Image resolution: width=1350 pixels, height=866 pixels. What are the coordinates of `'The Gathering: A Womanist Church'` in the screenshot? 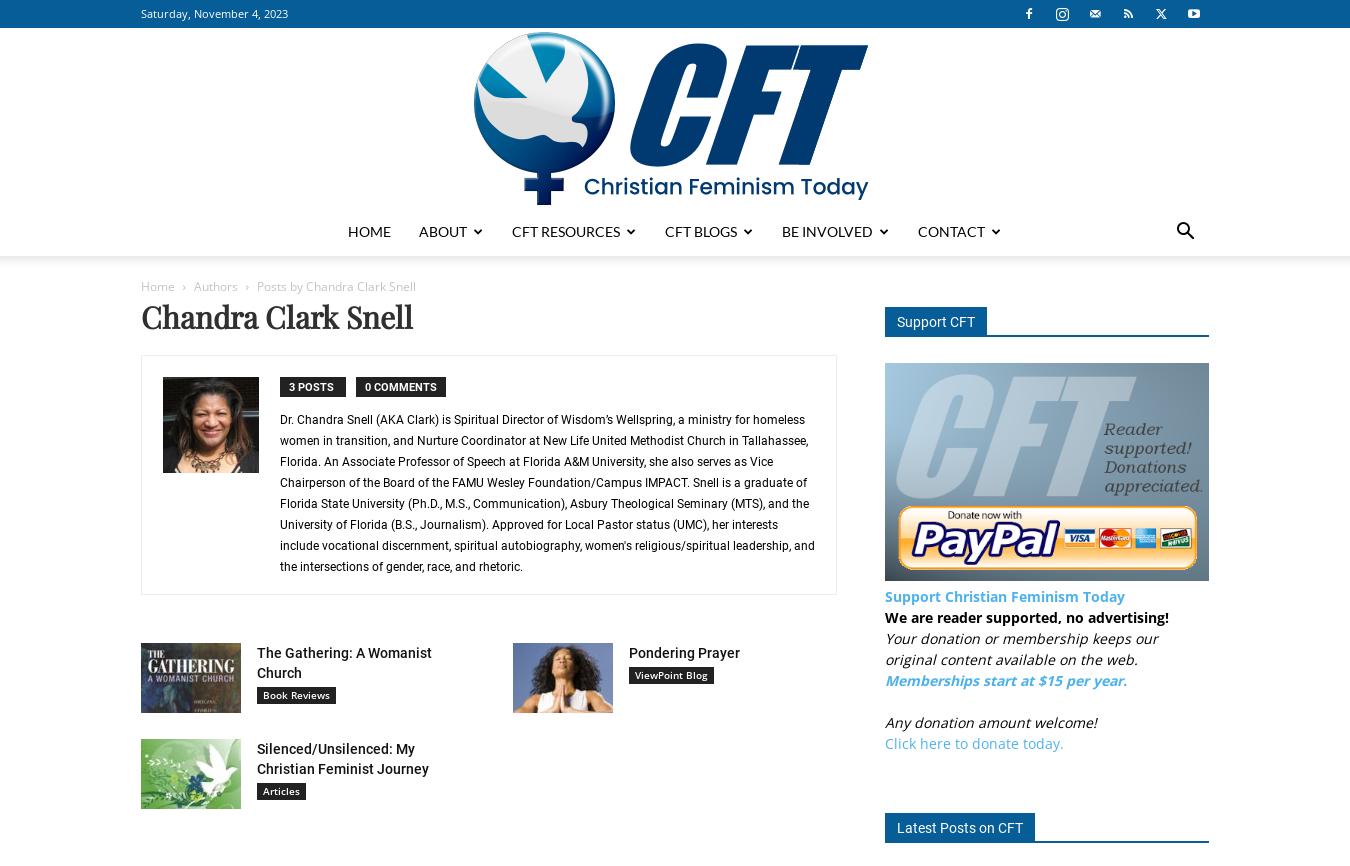 It's located at (344, 662).